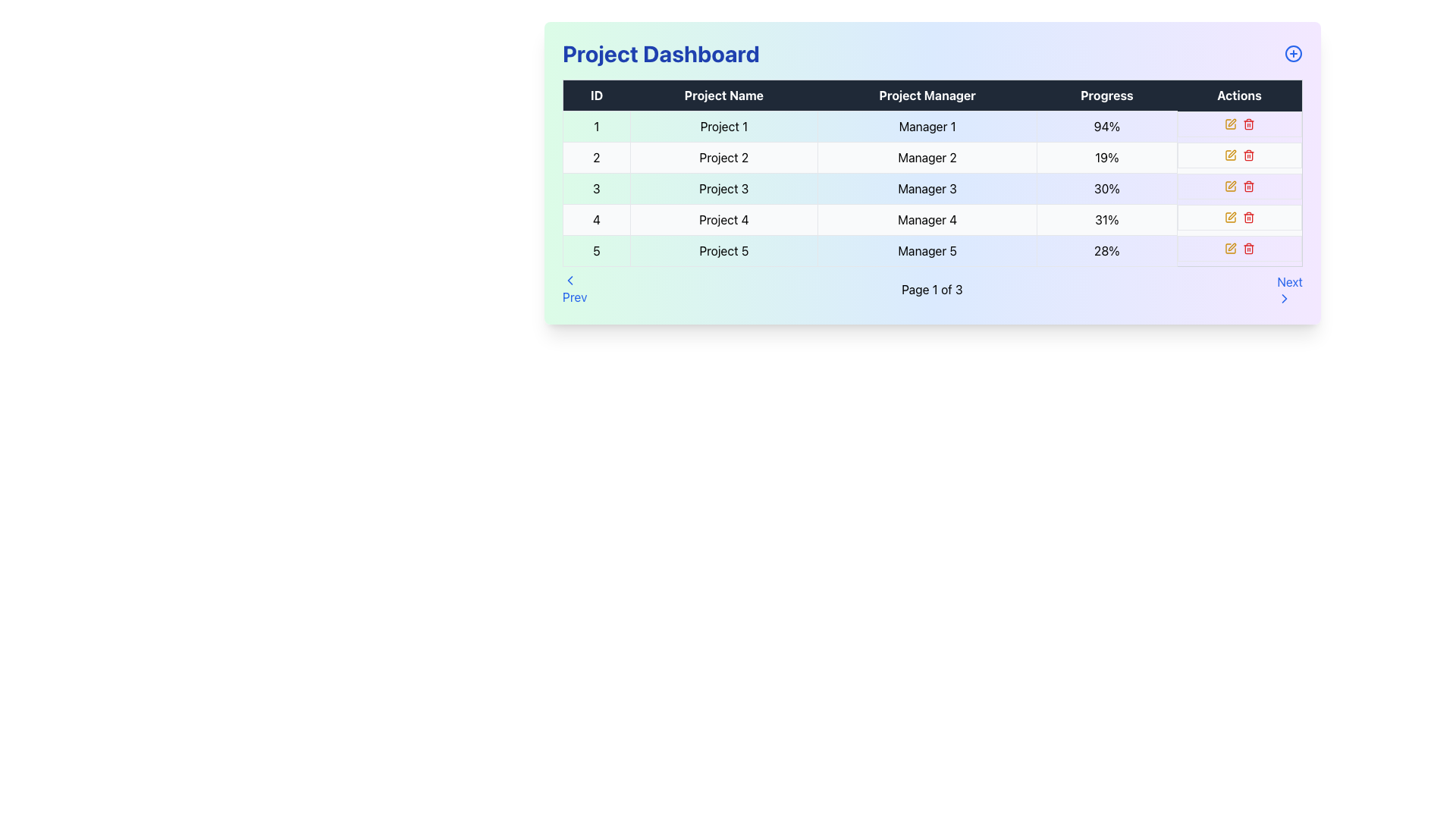 Image resolution: width=1456 pixels, height=819 pixels. I want to click on the left-pointing chevron icon located in the bottom-left corner of the table, next to the text 'Prev', so click(570, 281).